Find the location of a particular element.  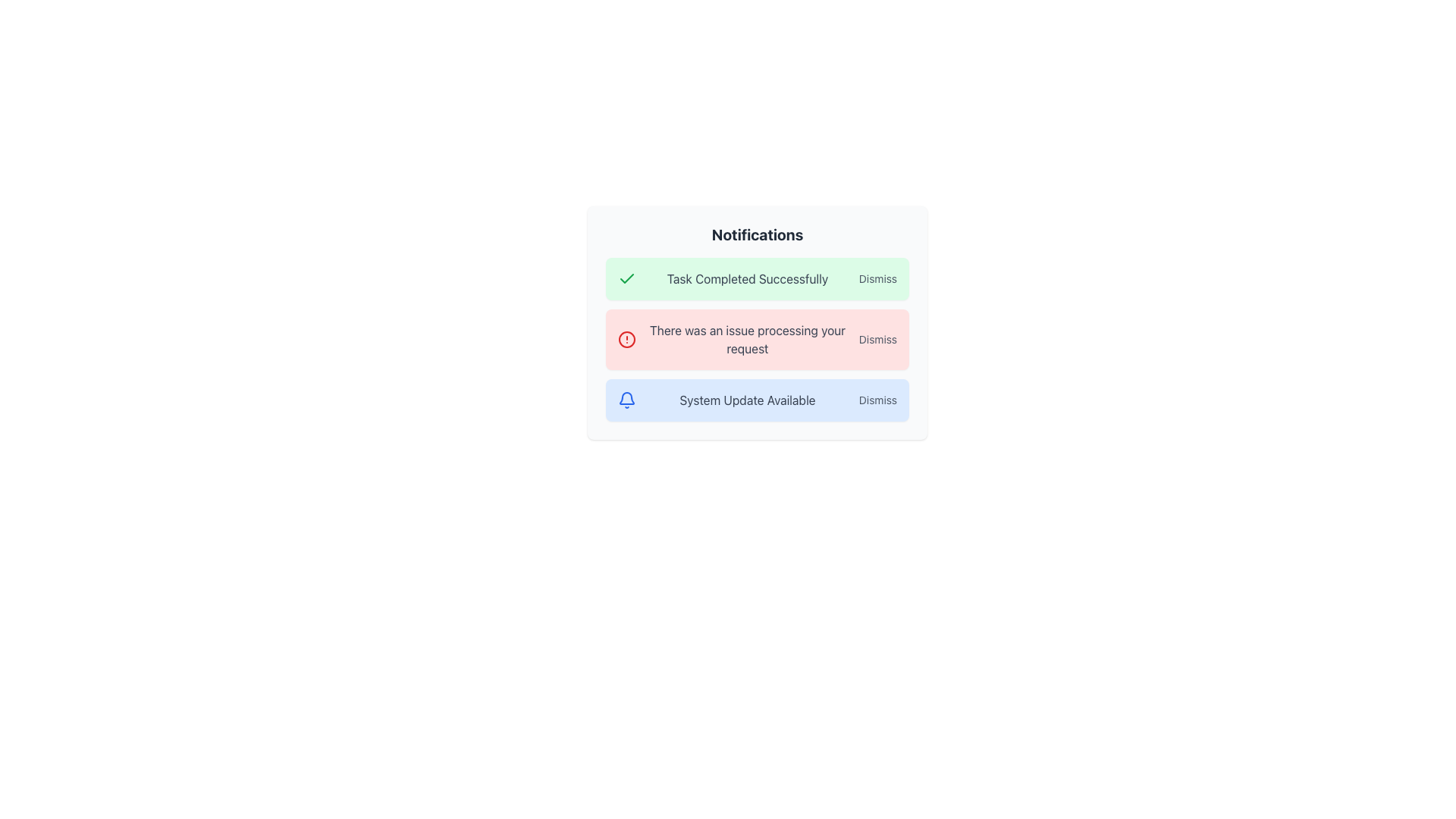

the green checkmark icon indicating successful completion, located in the first notification bar stating 'Task Completed Successfully' is located at coordinates (626, 278).